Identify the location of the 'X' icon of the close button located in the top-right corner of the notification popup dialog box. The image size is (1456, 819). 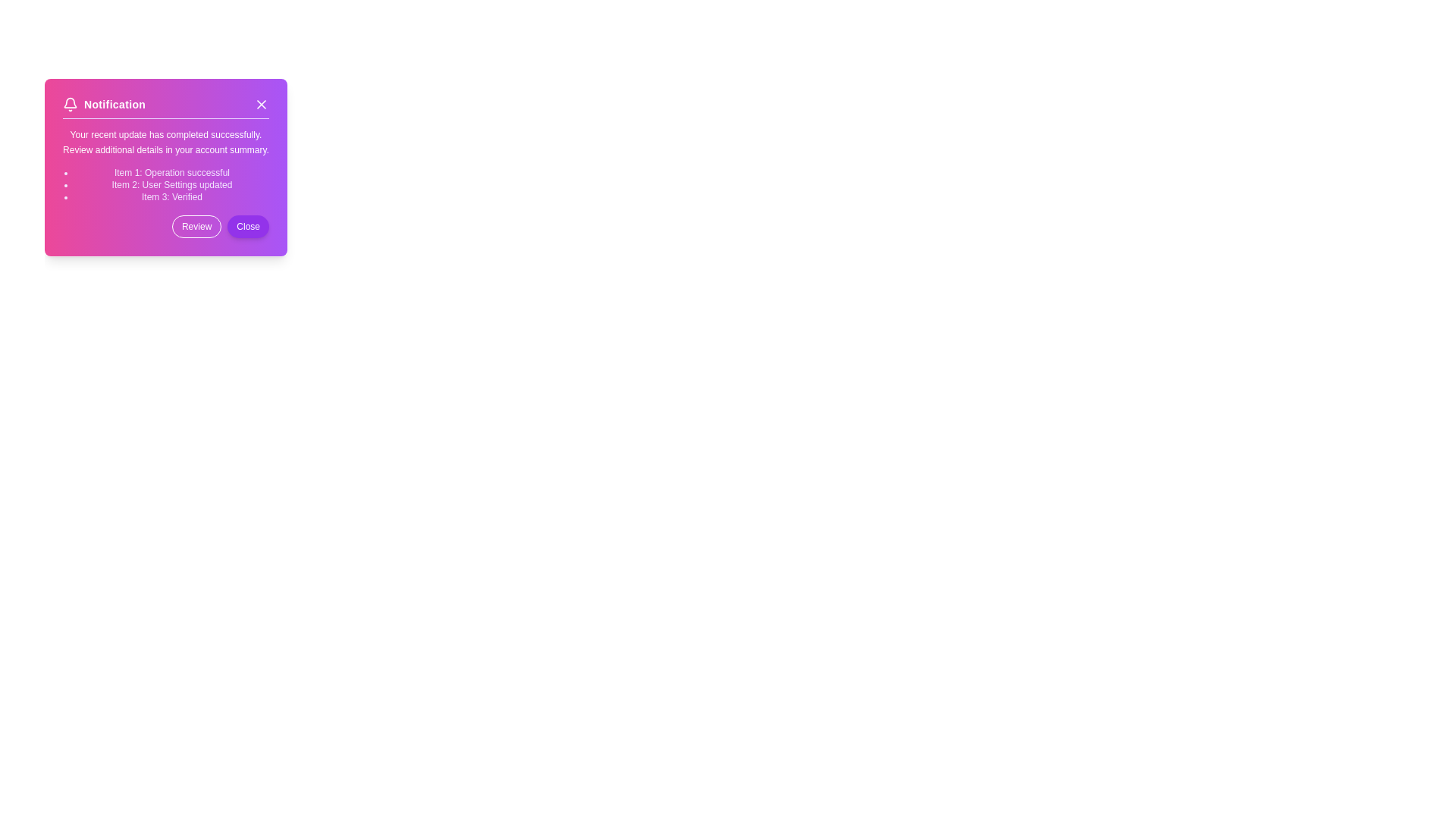
(262, 104).